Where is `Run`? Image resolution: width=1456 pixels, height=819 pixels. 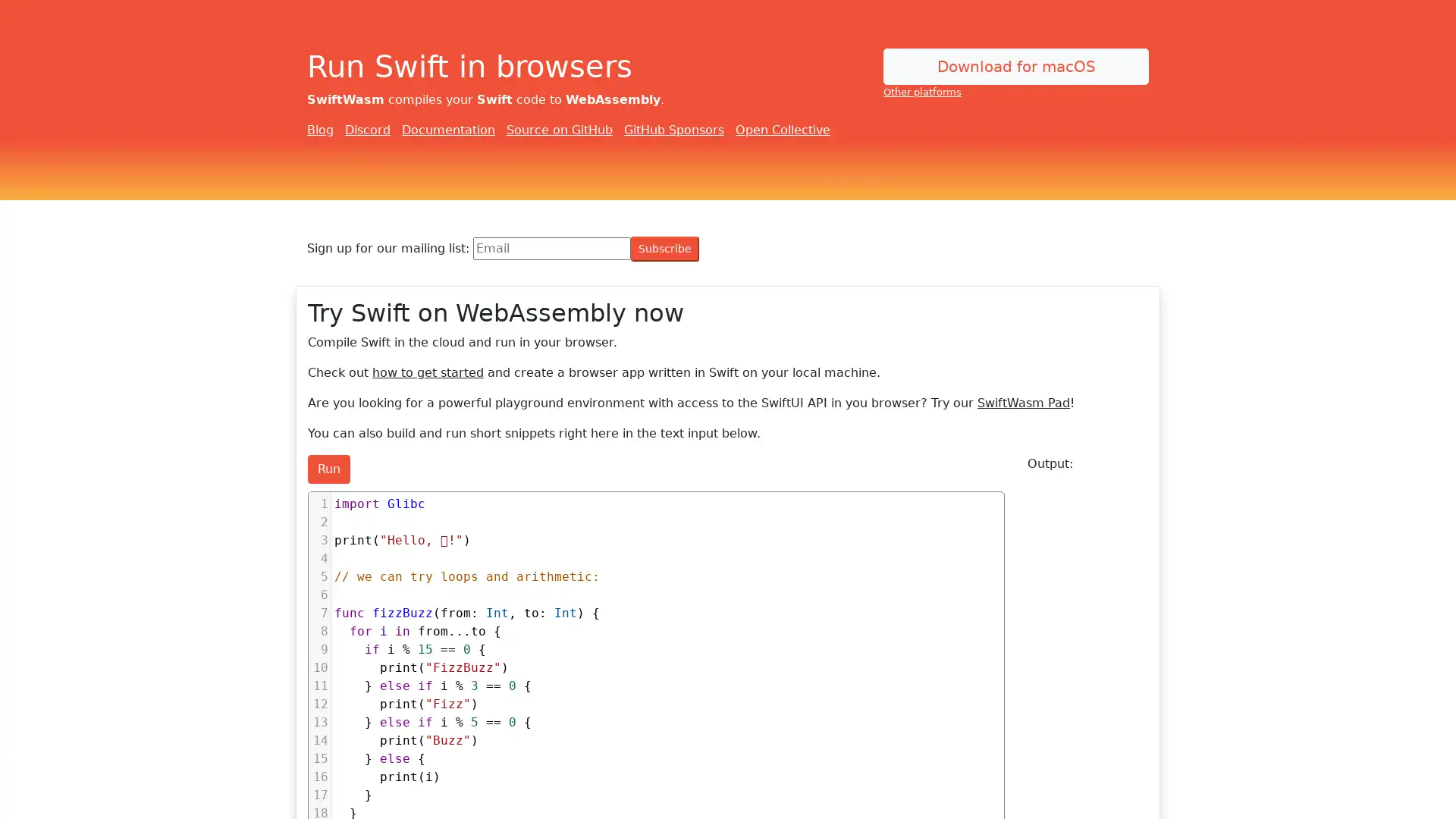
Run is located at coordinates (328, 468).